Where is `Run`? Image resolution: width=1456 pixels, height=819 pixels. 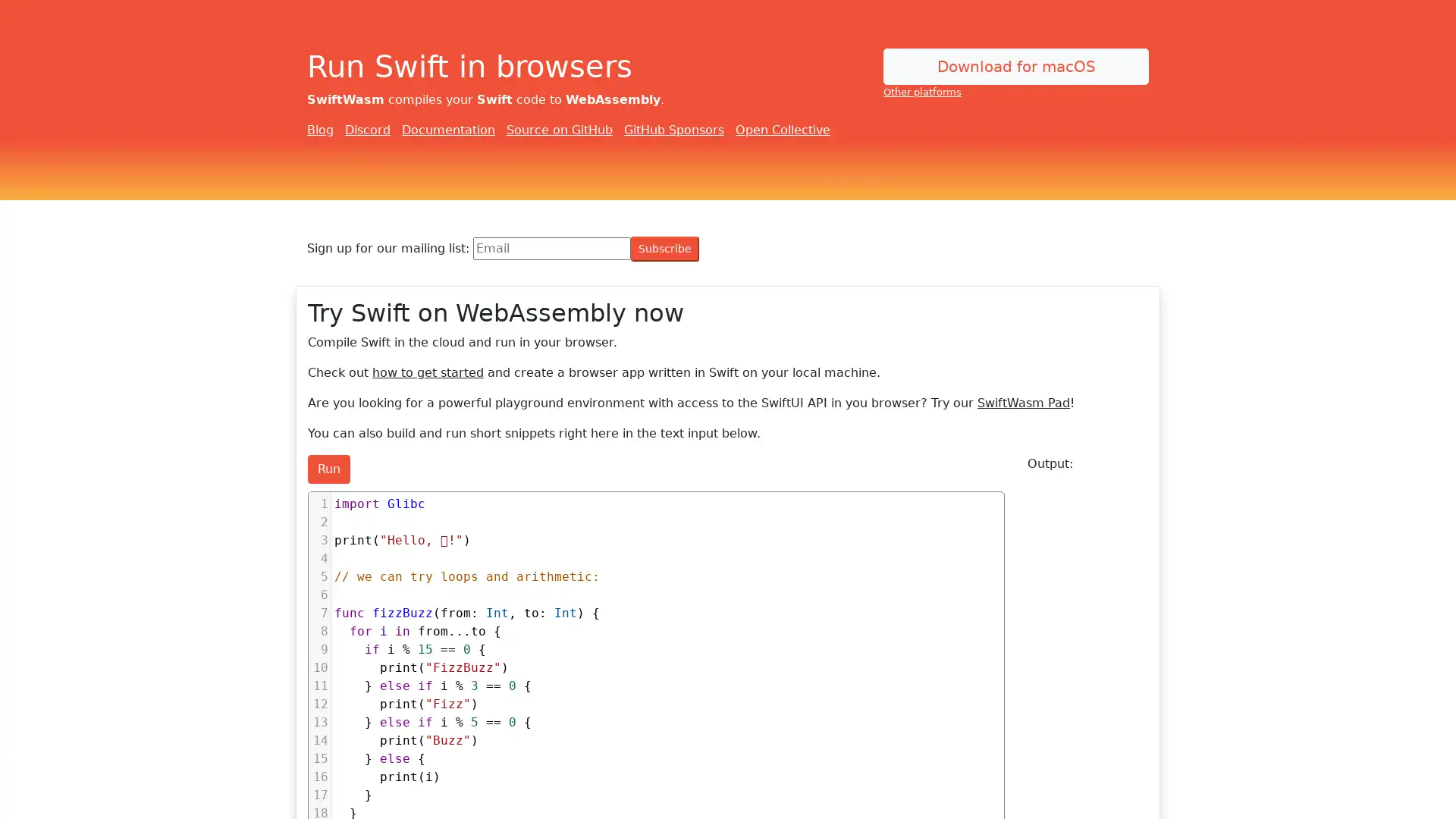
Run is located at coordinates (328, 468).